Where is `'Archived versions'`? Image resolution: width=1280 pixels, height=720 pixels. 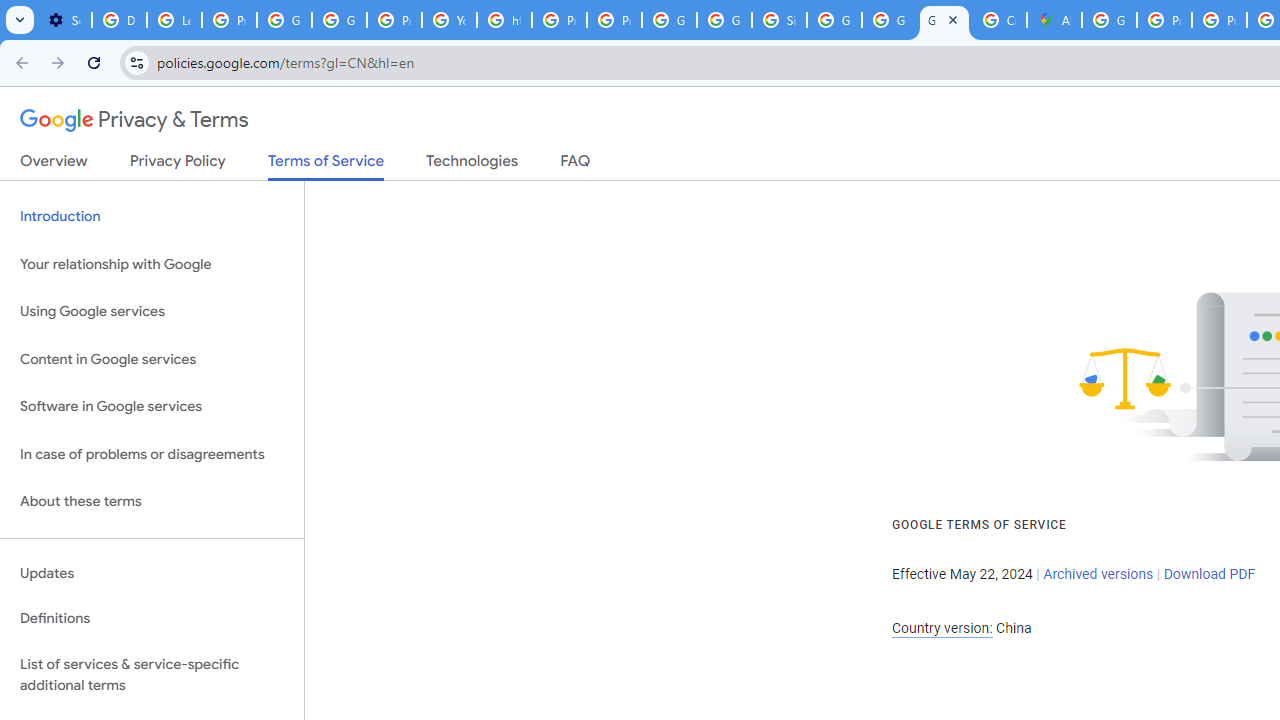 'Archived versions' is located at coordinates (1097, 574).